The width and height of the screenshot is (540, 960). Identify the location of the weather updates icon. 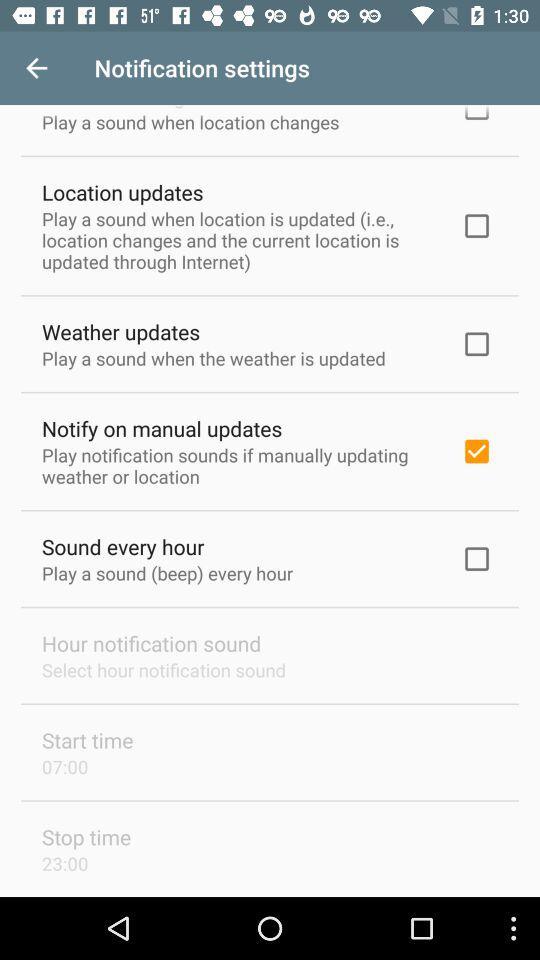
(121, 331).